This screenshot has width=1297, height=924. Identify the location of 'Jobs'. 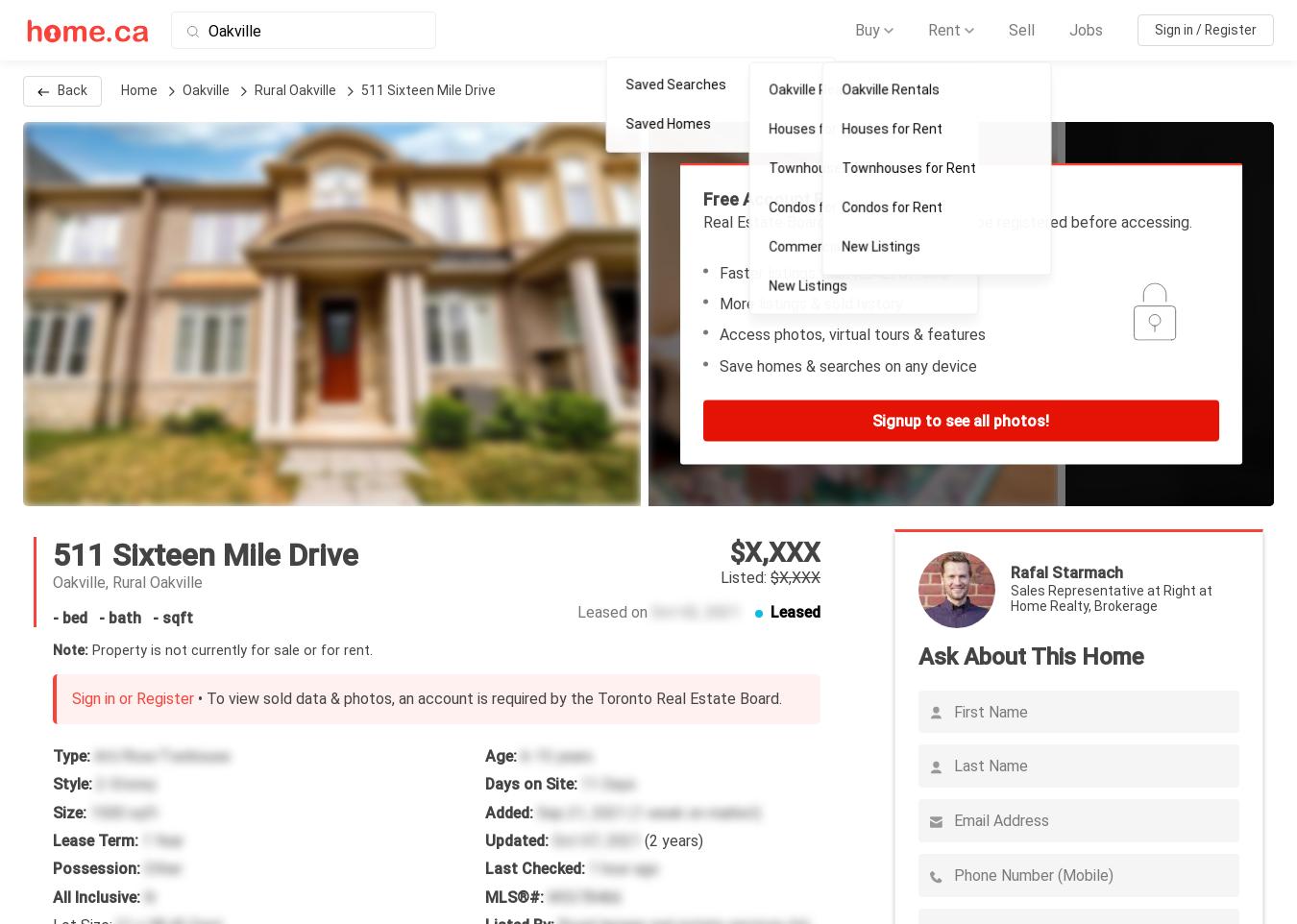
(1085, 28).